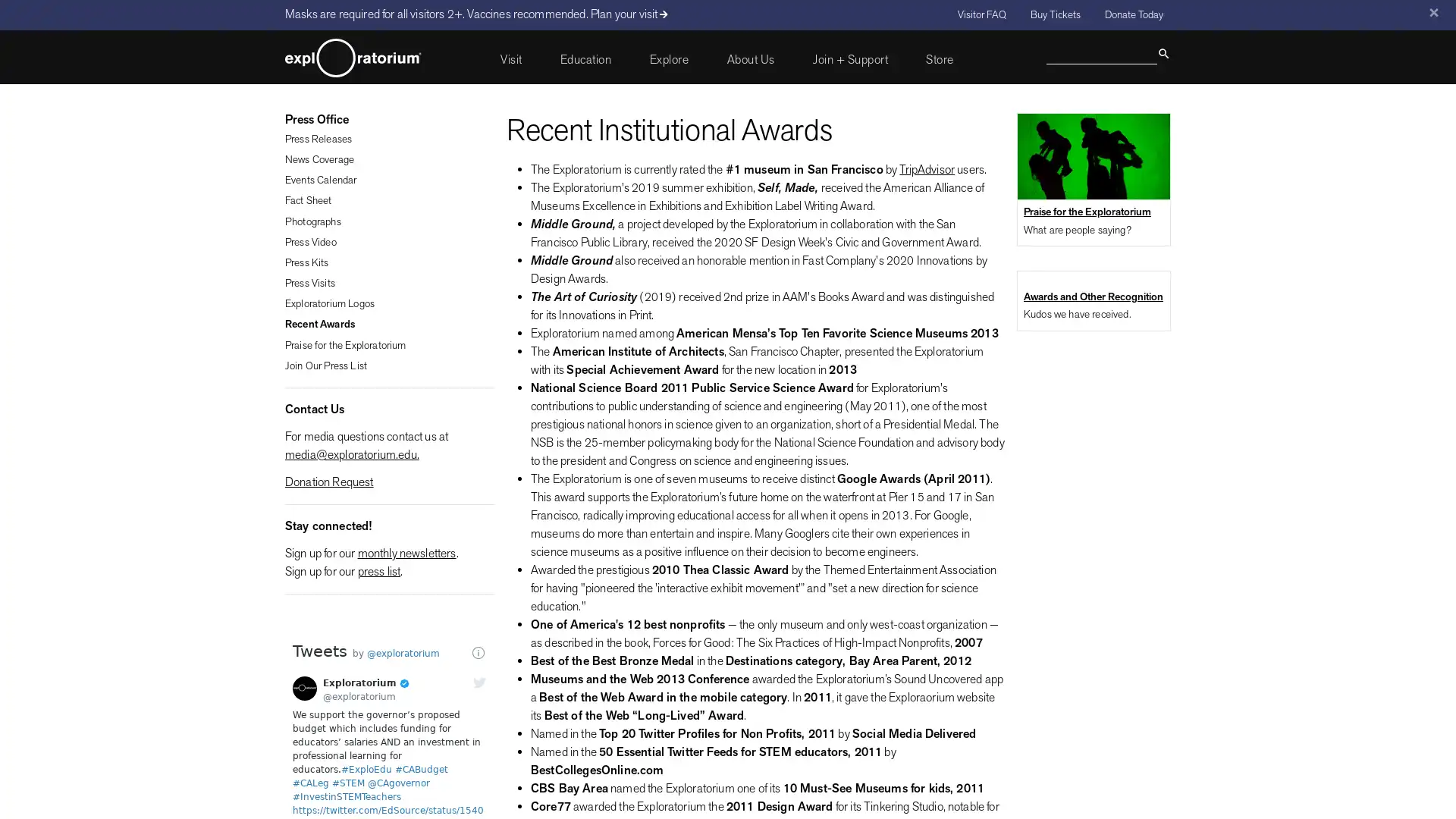 This screenshot has width=1456, height=819. I want to click on Close, so click(1432, 12).